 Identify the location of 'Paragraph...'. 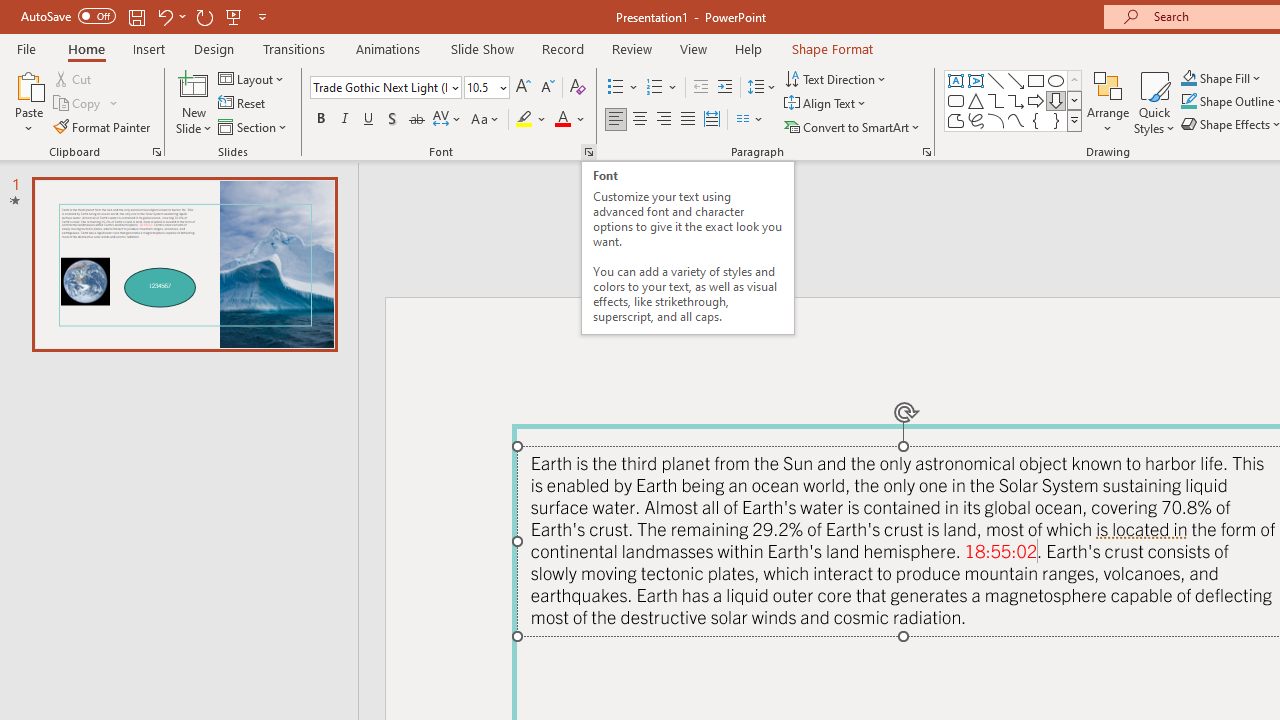
(925, 150).